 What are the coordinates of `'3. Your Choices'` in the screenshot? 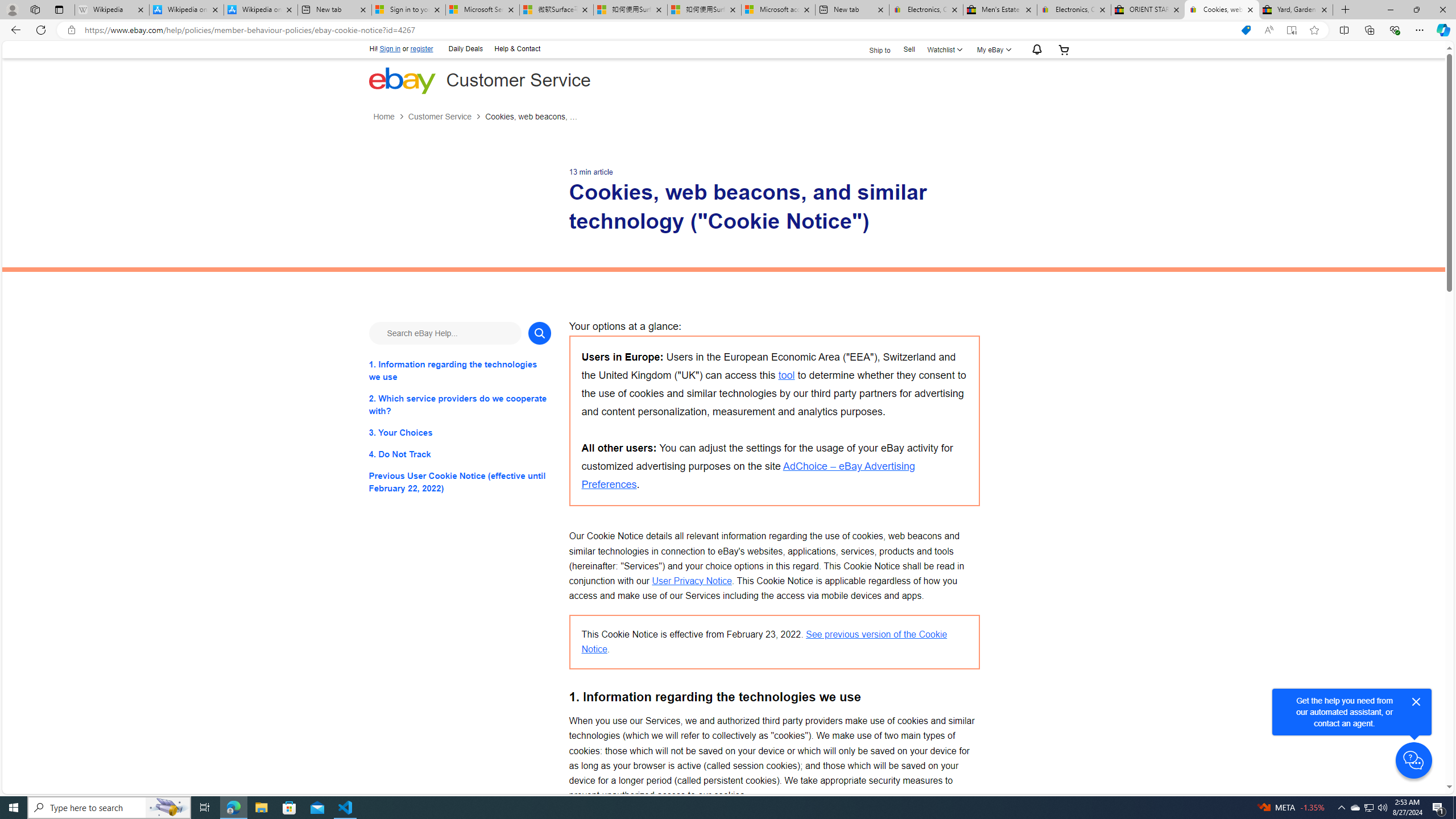 It's located at (459, 432).